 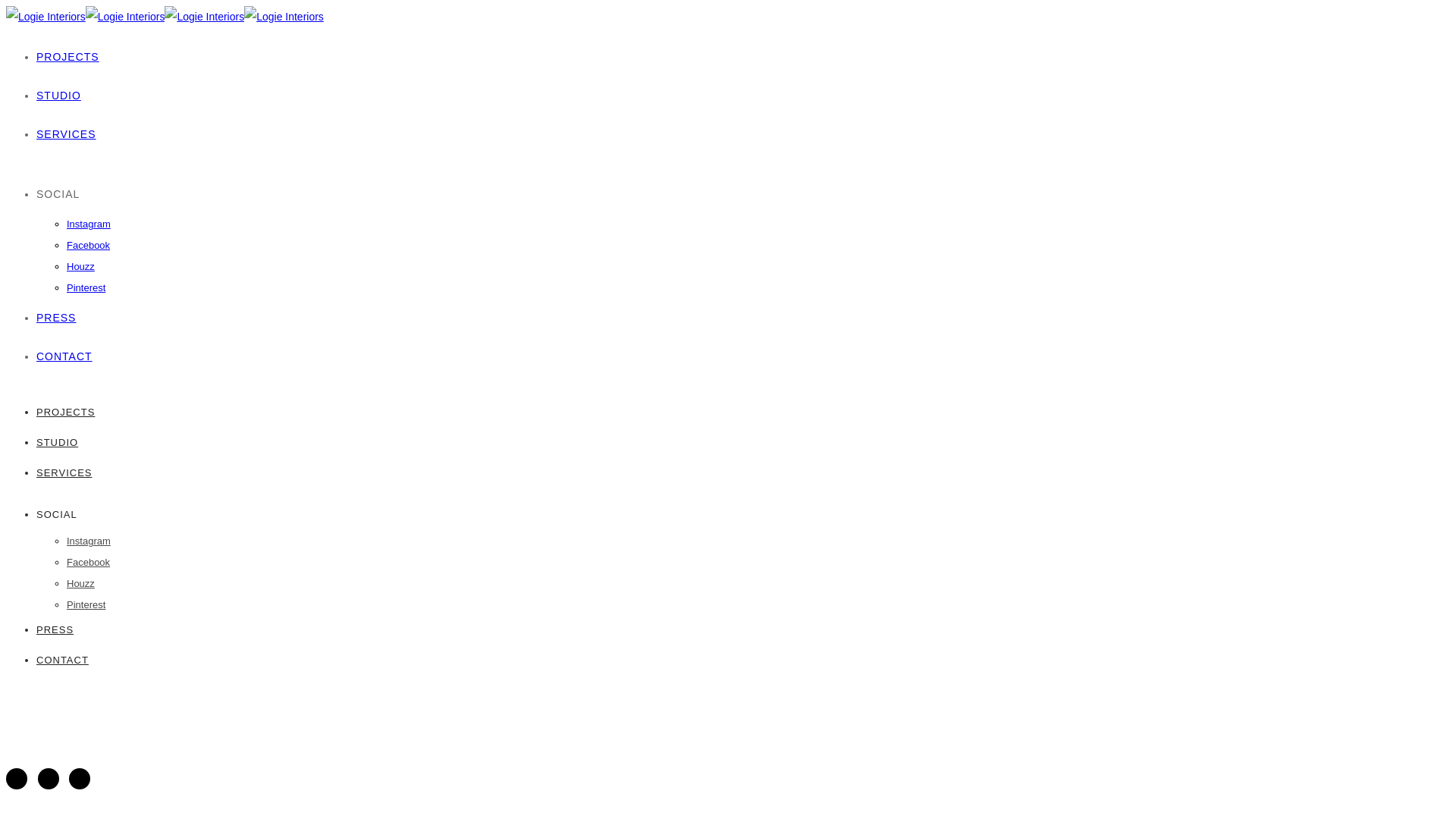 I want to click on 'STUDIO', so click(x=36, y=96).